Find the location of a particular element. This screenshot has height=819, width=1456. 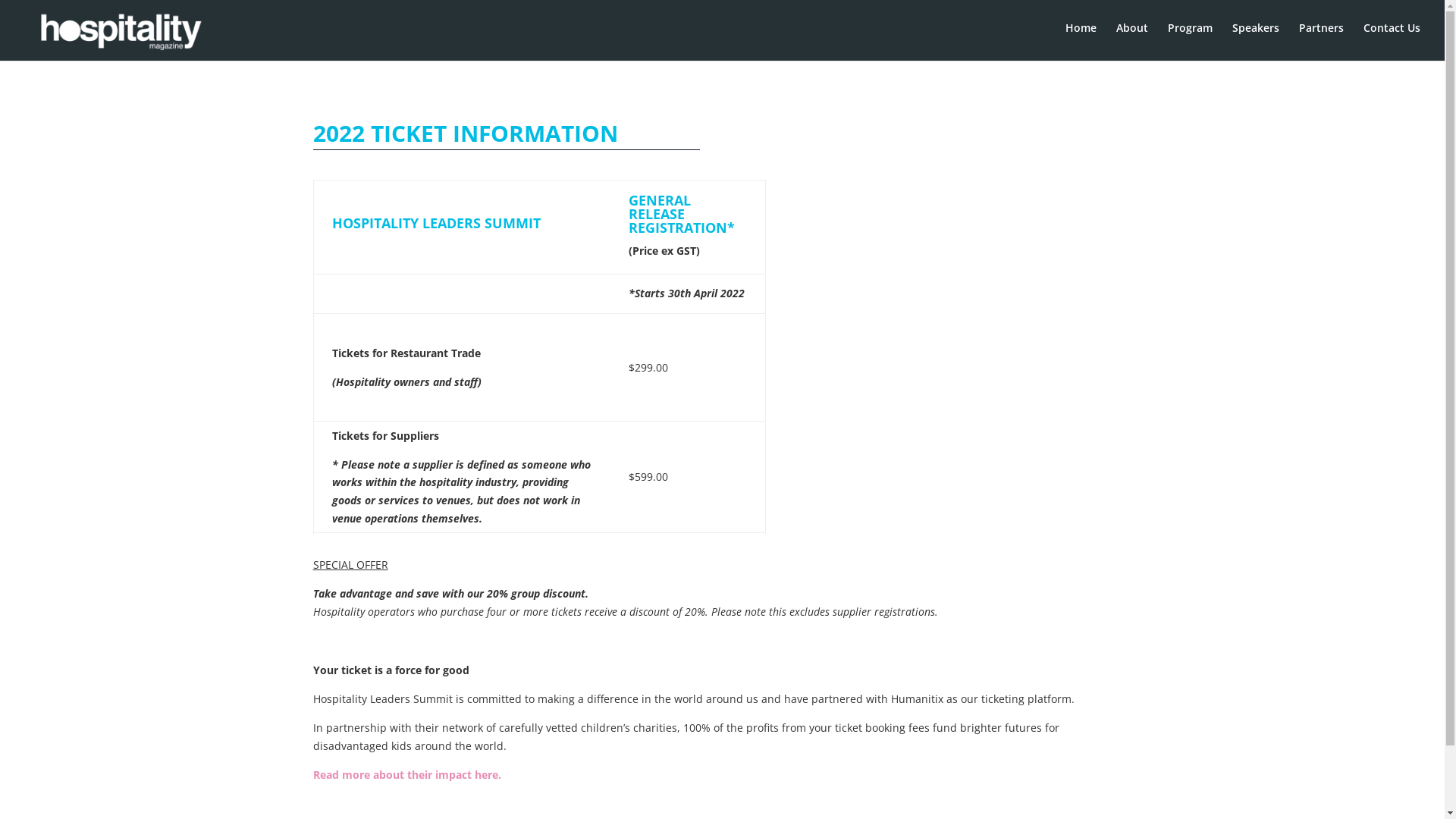

'Speakers' is located at coordinates (1232, 38).